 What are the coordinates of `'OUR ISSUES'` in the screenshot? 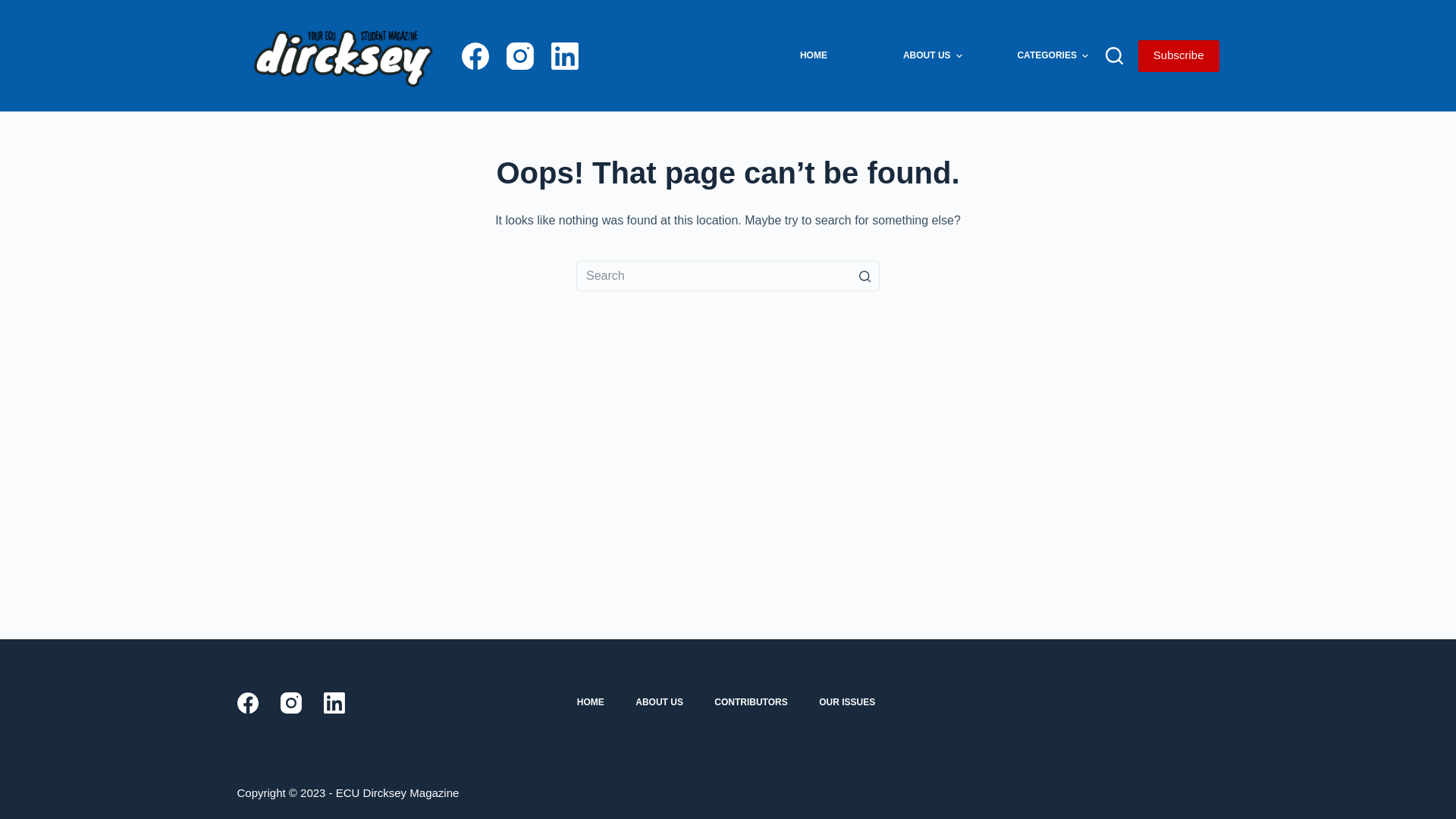 It's located at (817, 702).